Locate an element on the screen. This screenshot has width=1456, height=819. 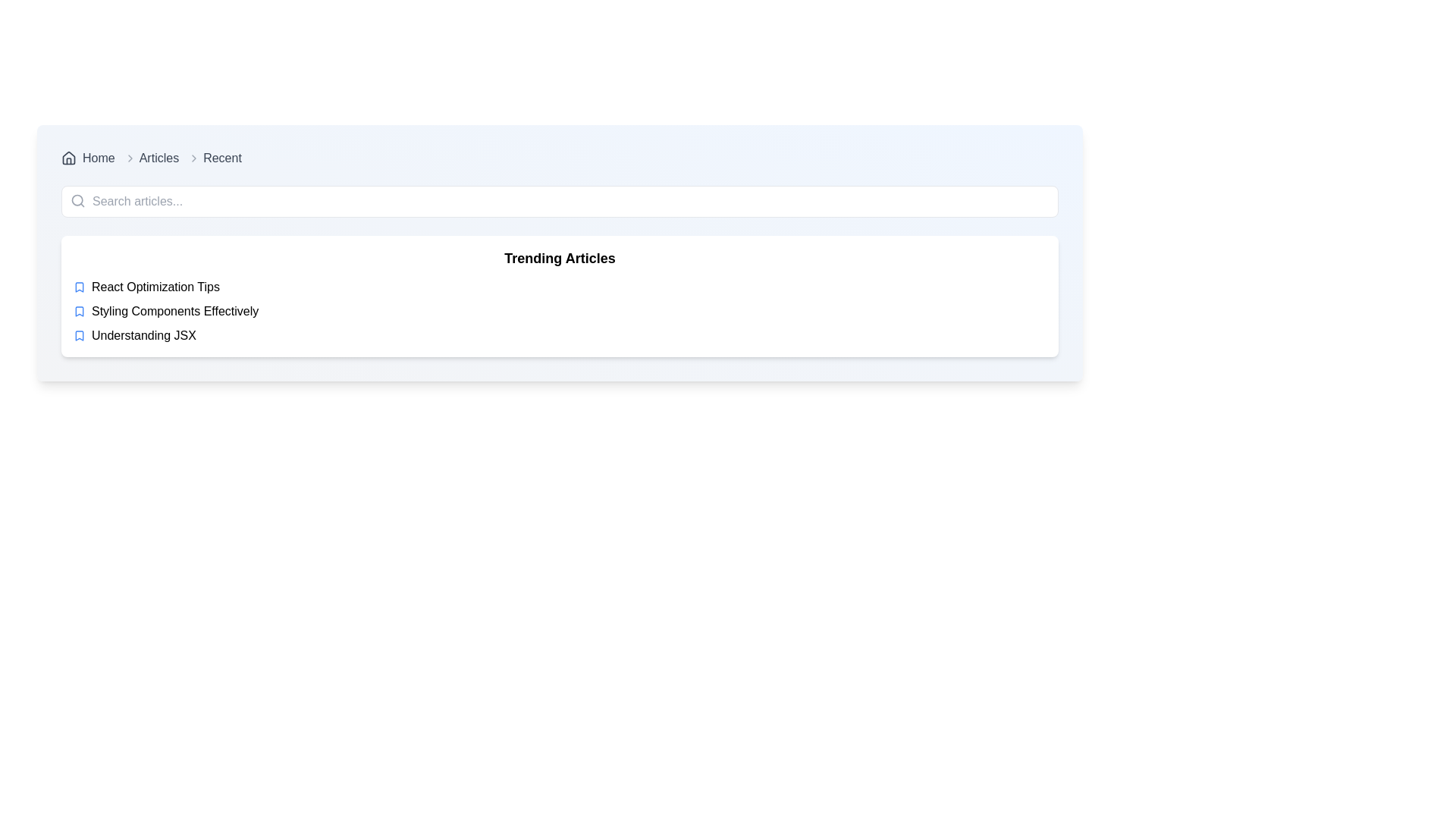
the clickable text link in the breadcrumb navigation that navigates to the homepage is located at coordinates (98, 158).